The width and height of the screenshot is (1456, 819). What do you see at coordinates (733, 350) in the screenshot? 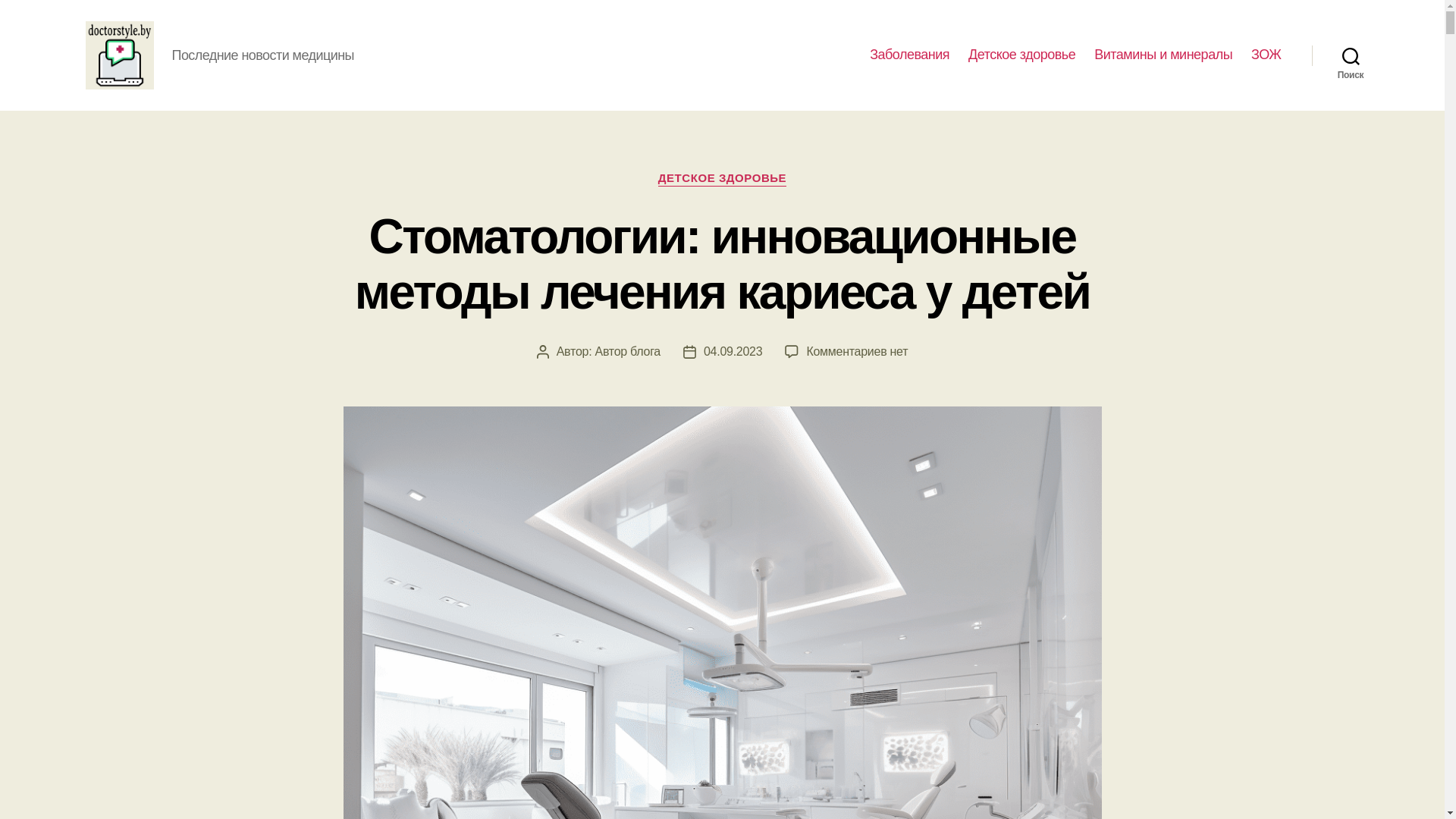
I see `'04.09.2023'` at bounding box center [733, 350].